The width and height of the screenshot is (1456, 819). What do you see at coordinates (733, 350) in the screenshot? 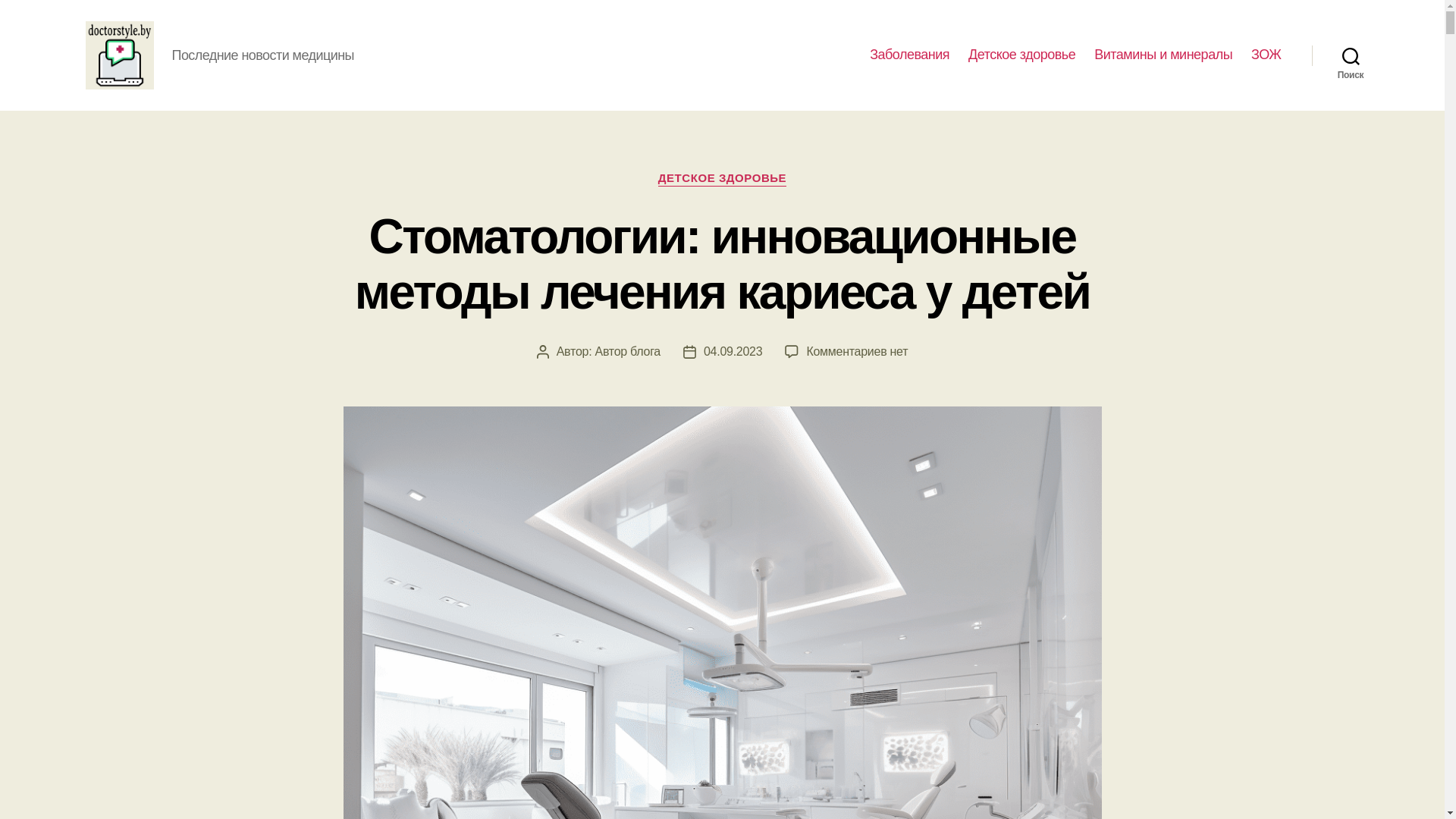
I see `'04.09.2023'` at bounding box center [733, 350].